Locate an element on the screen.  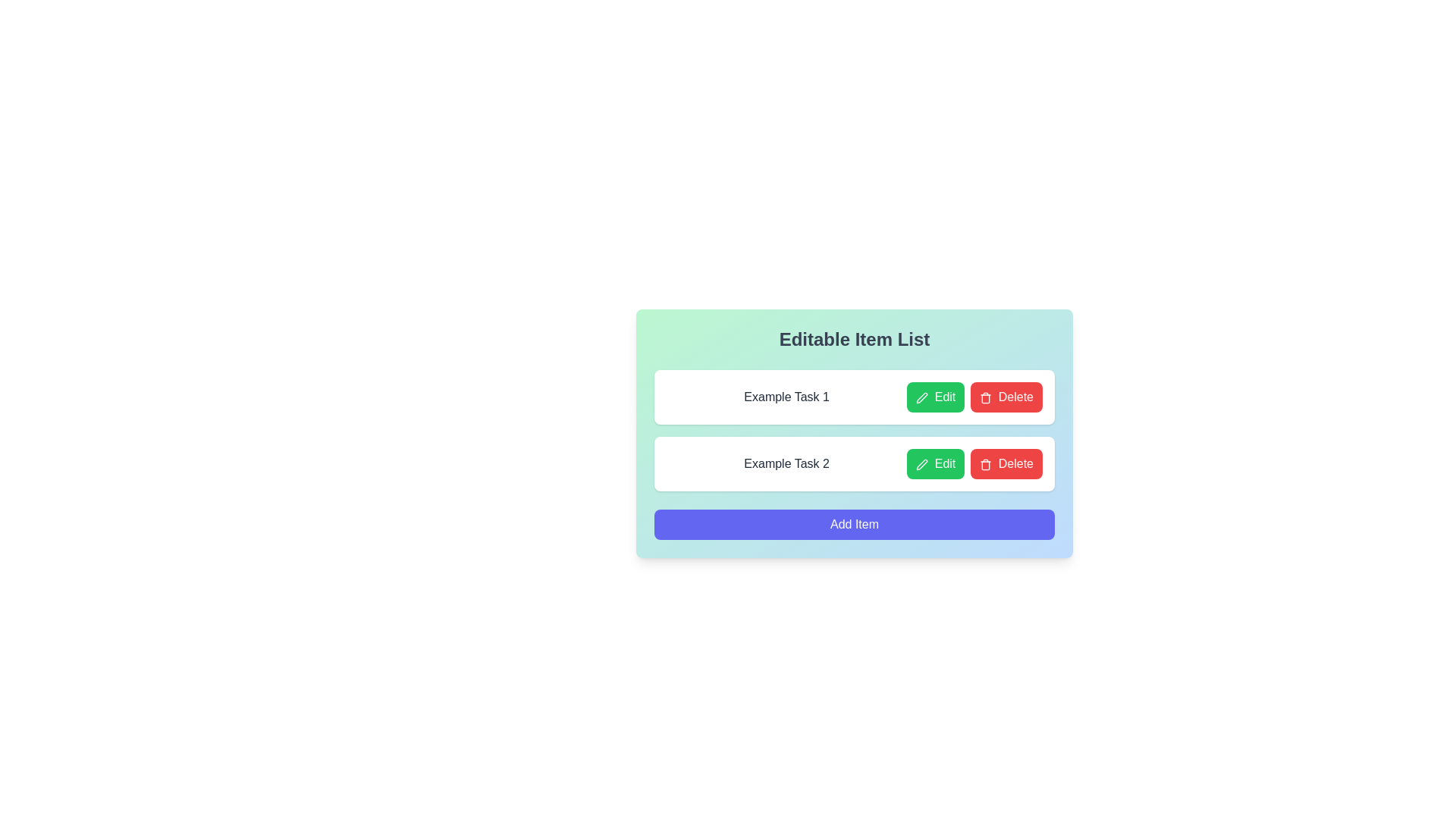
the small trash can icon, which is styled in red and is part of the 'Delete' button located on the right-hand side of the second row in the list is located at coordinates (986, 463).